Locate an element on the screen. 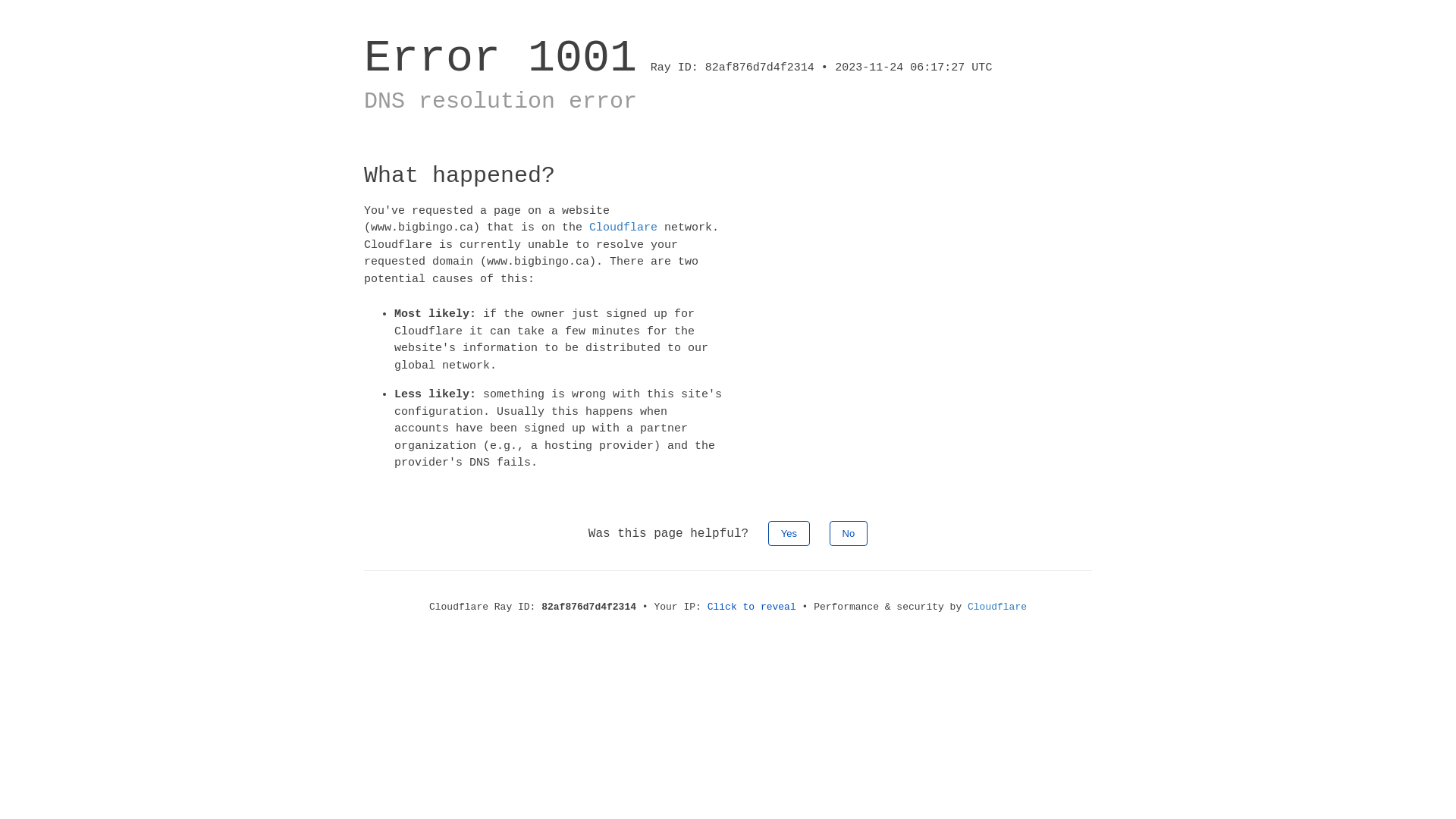 The image size is (1456, 819). 'Click to reveal' is located at coordinates (752, 605).